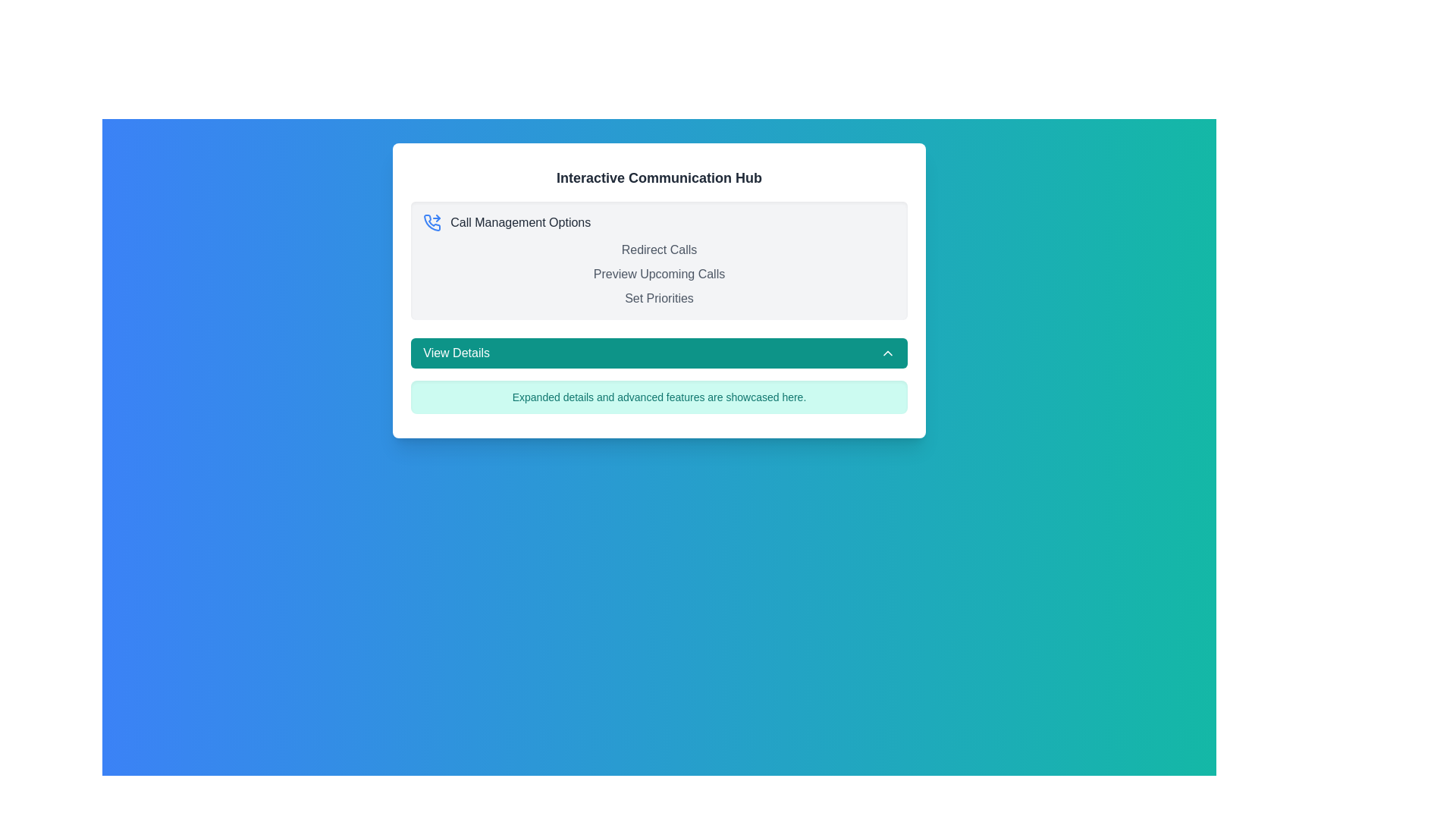 The image size is (1456, 819). What do you see at coordinates (659, 290) in the screenshot?
I see `the call management options within the communication settings card` at bounding box center [659, 290].